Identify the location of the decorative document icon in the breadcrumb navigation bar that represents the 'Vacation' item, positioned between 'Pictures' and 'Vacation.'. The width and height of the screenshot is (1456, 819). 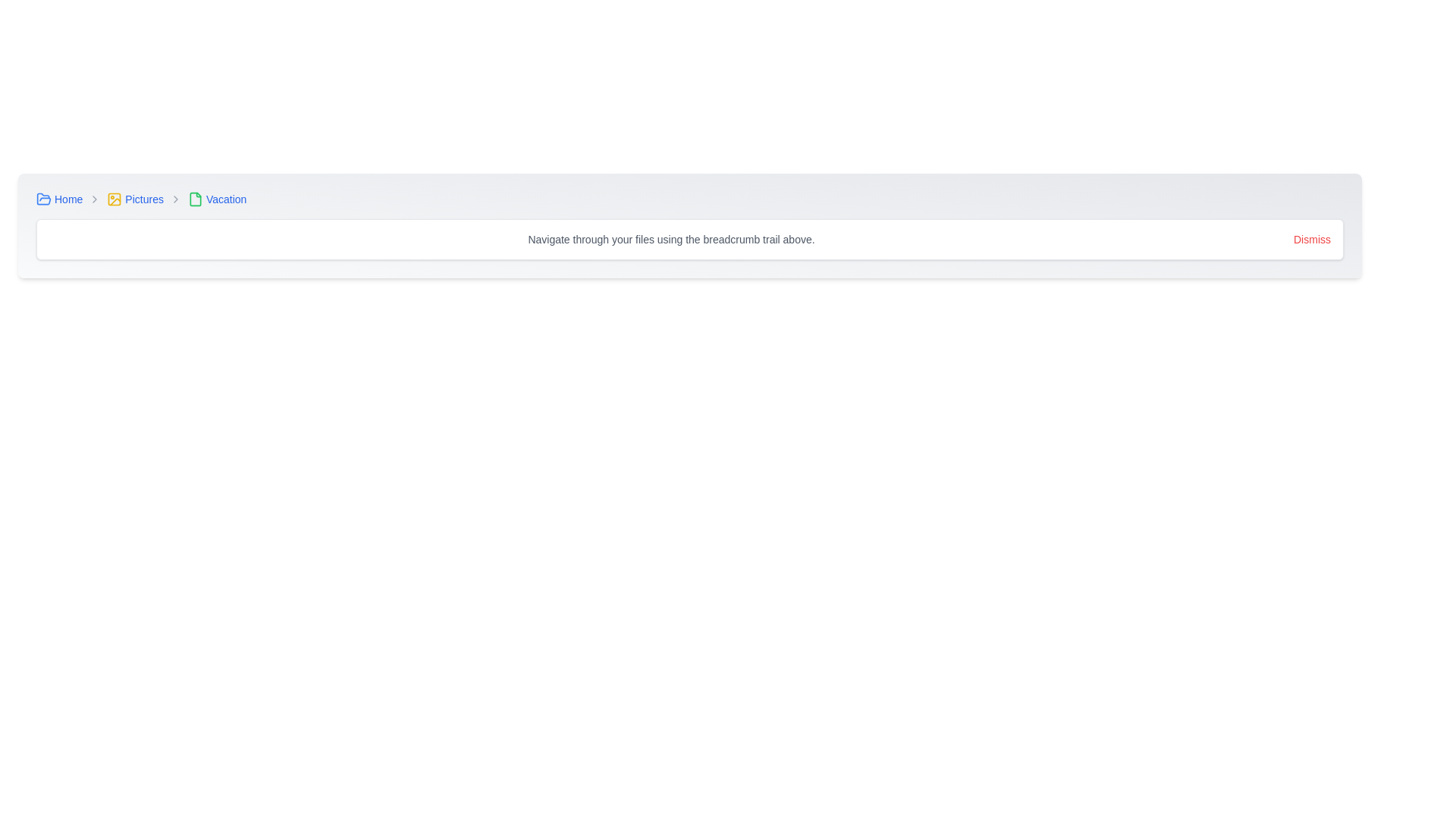
(194, 198).